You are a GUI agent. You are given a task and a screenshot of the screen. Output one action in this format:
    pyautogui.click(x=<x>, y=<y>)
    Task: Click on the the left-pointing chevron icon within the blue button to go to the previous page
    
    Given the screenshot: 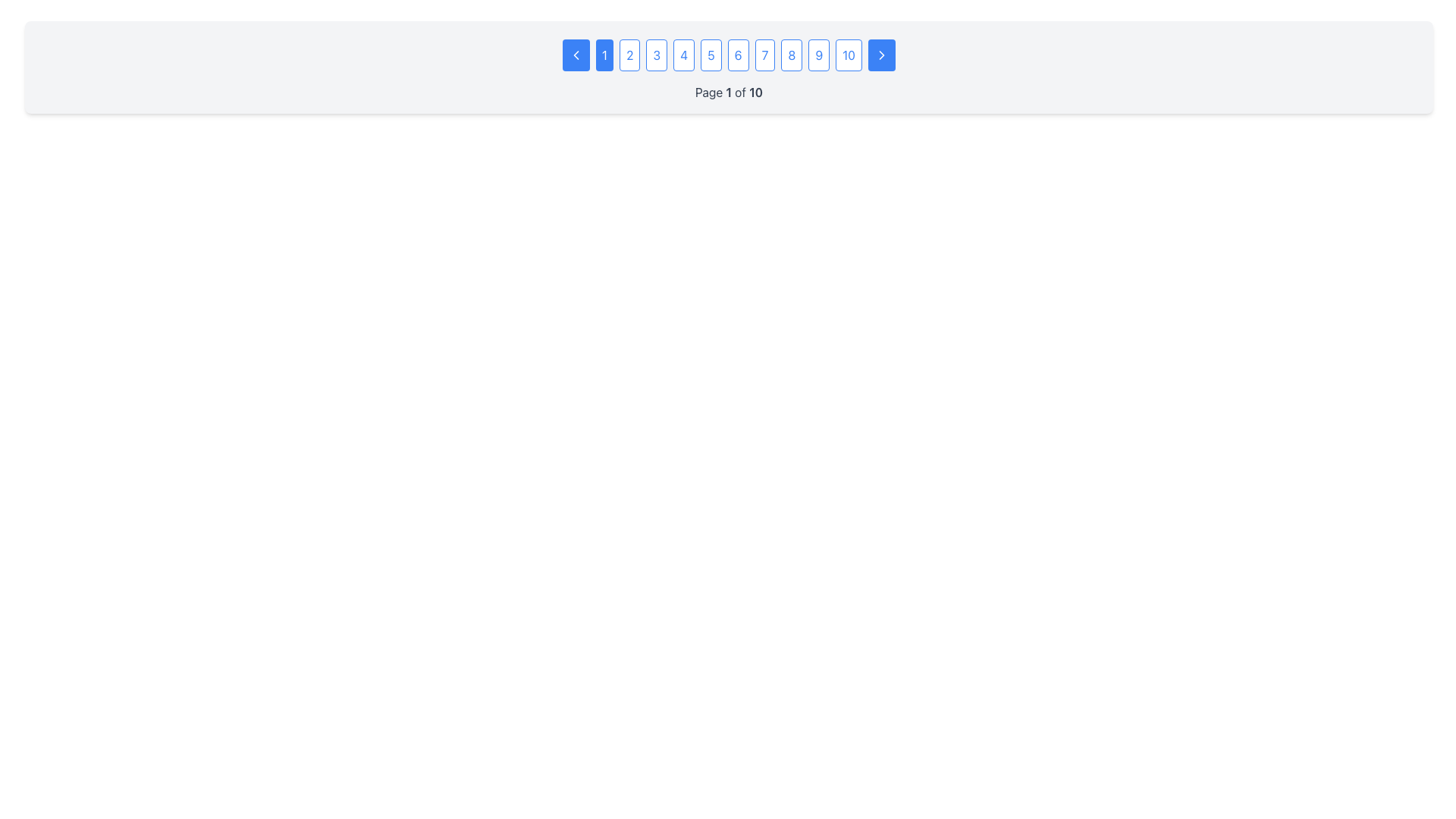 What is the action you would take?
    pyautogui.click(x=575, y=55)
    